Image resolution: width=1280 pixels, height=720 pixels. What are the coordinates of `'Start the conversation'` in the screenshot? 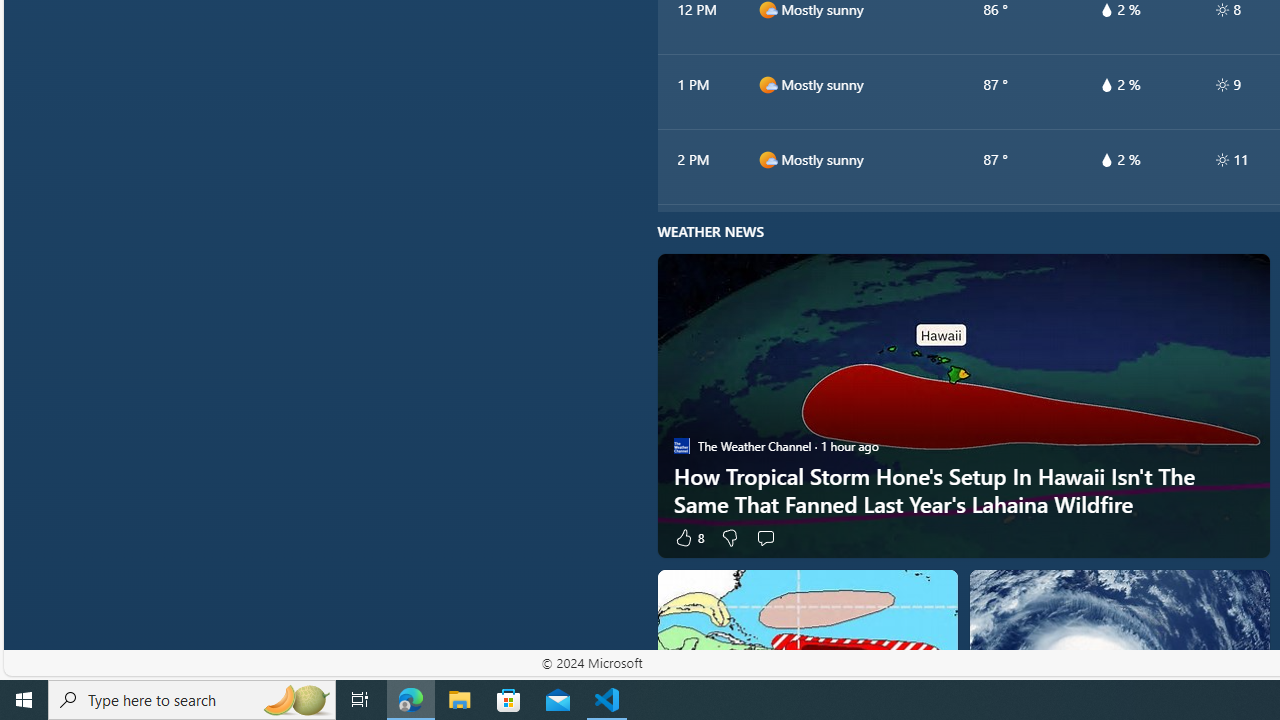 It's located at (764, 536).